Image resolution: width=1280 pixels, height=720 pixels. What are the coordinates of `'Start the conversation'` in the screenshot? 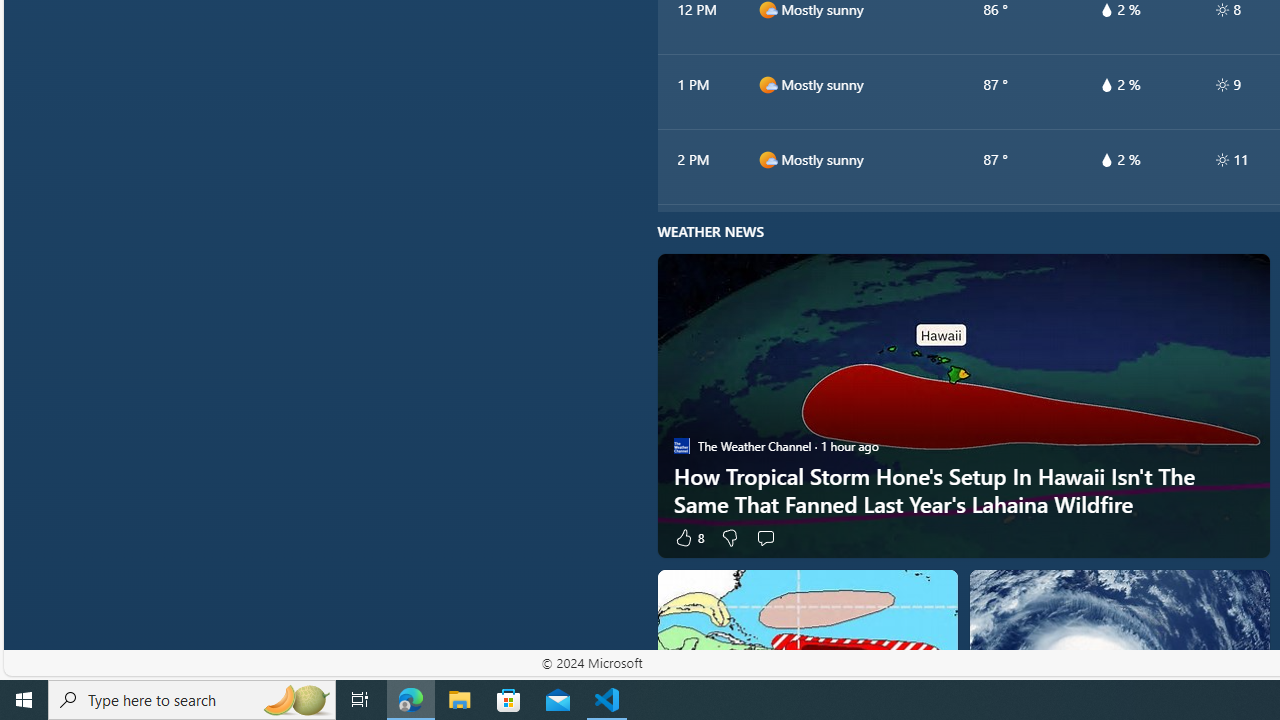 It's located at (764, 536).